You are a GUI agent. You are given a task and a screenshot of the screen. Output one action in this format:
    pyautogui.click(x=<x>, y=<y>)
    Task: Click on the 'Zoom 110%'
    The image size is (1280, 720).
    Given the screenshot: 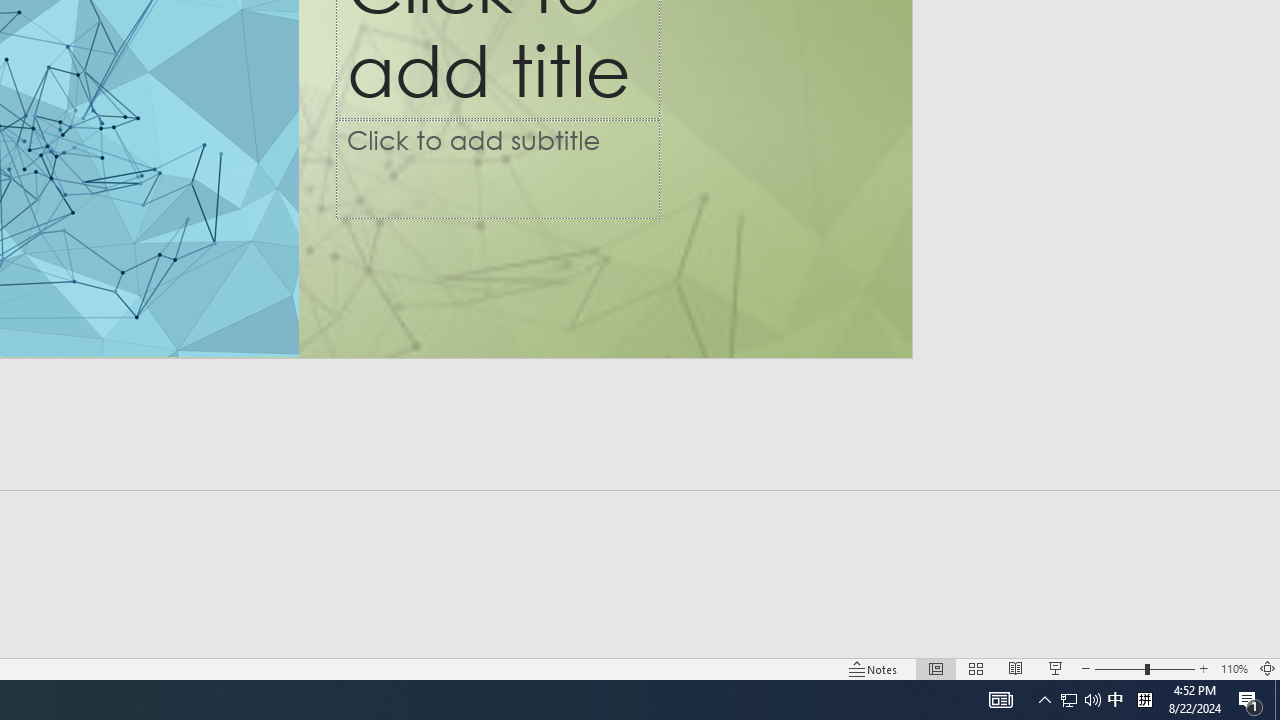 What is the action you would take?
    pyautogui.click(x=1233, y=669)
    